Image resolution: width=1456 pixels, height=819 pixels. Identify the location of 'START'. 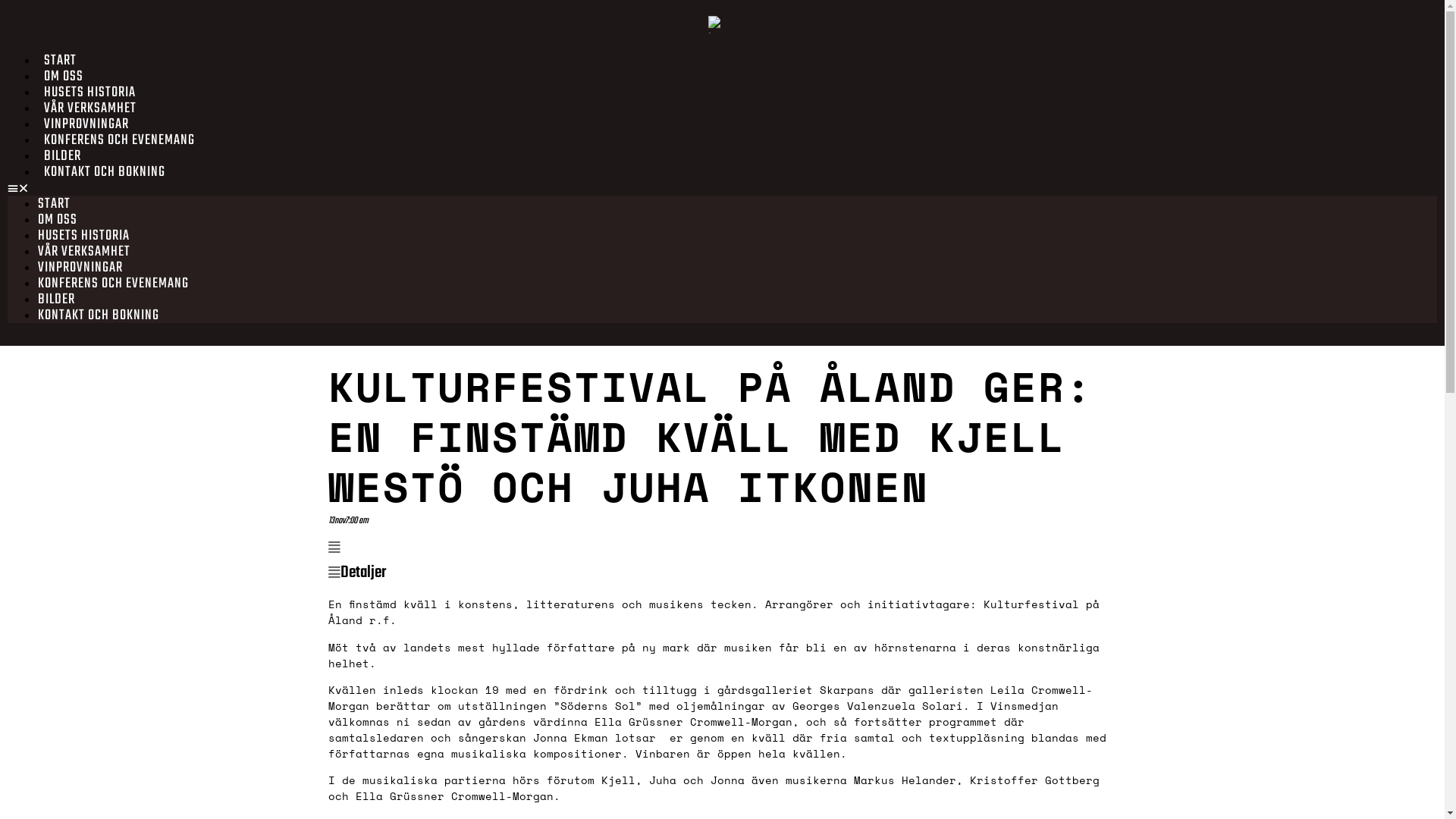
(60, 60).